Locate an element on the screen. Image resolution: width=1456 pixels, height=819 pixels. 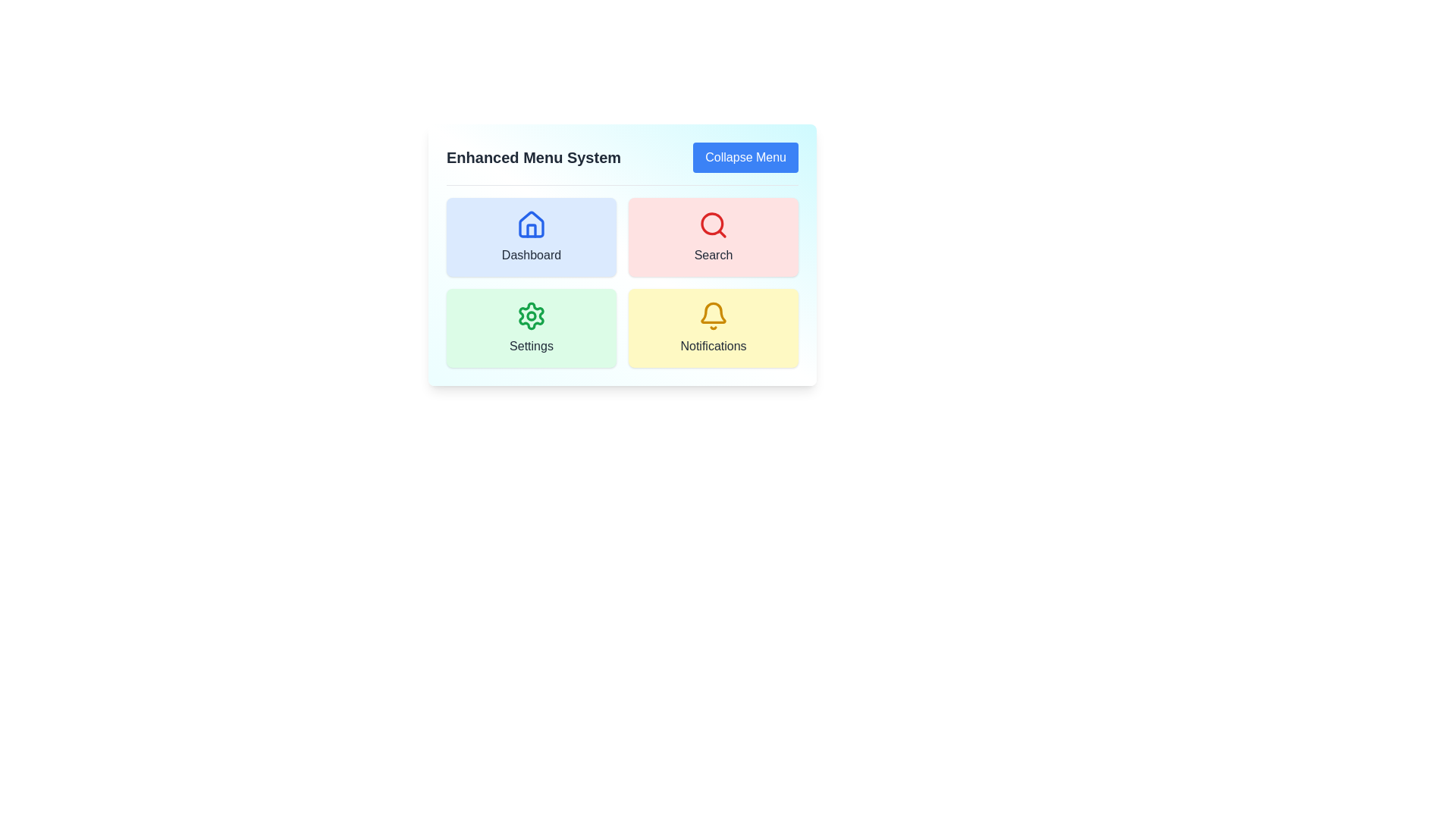
the text label indicating 'Enhanced Menu System', which serves as a header for the surrounding interface section is located at coordinates (534, 158).